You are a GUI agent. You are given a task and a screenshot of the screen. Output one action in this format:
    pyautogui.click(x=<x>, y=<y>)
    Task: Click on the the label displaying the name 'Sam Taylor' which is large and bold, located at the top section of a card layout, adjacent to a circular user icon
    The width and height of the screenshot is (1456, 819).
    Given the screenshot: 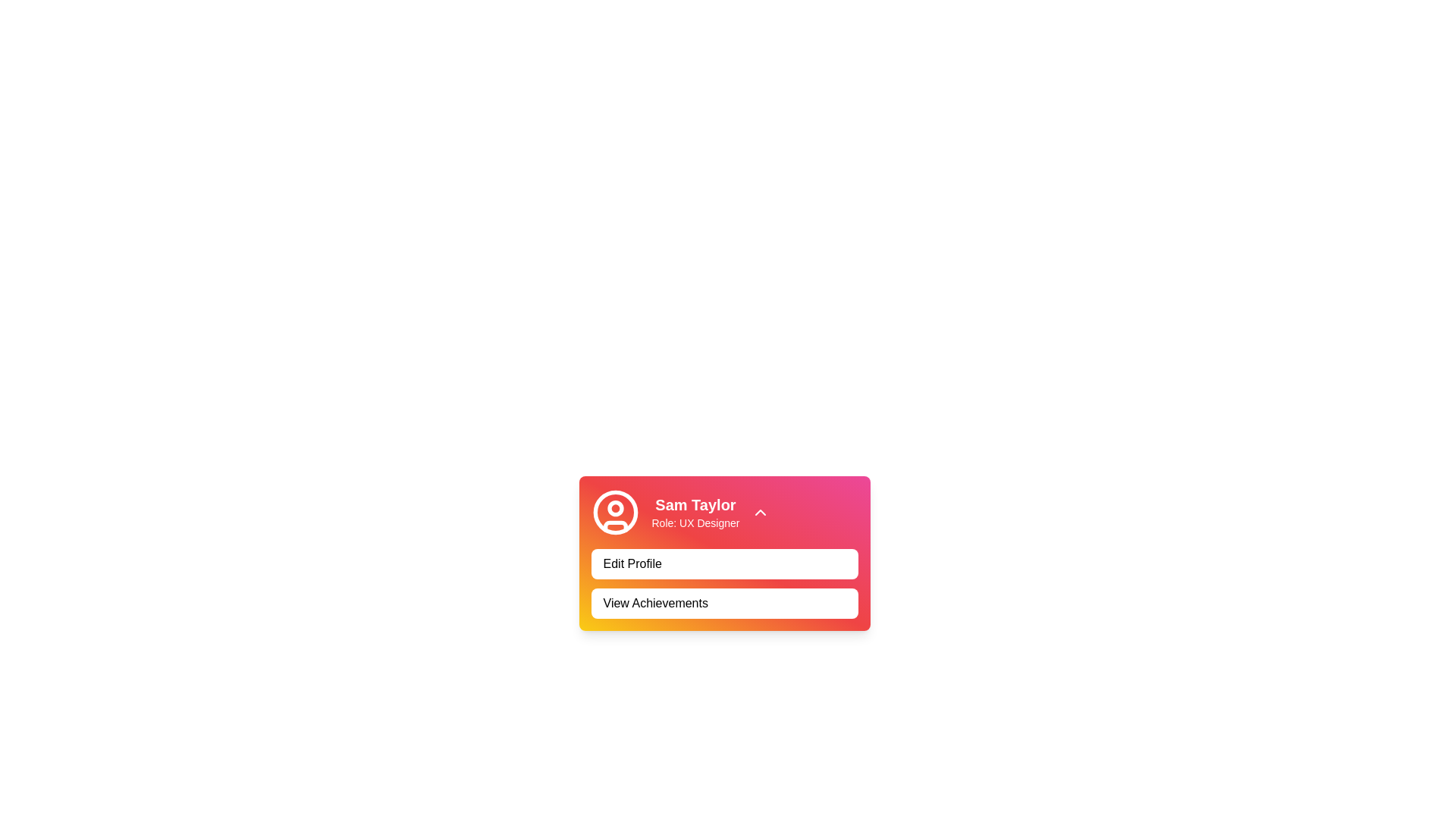 What is the action you would take?
    pyautogui.click(x=695, y=505)
    